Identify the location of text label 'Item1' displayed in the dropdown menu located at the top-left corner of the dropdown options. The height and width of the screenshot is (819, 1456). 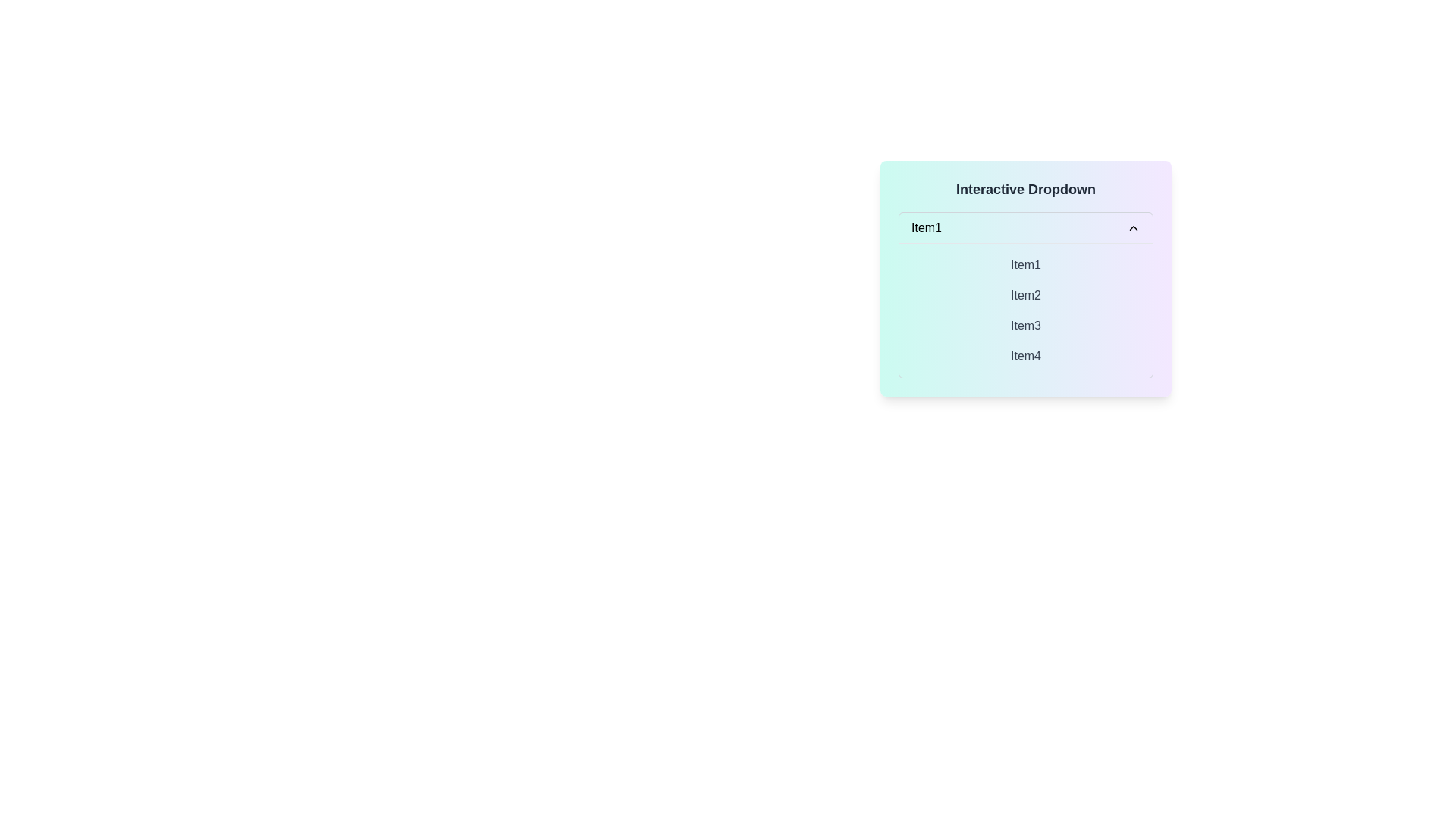
(926, 227).